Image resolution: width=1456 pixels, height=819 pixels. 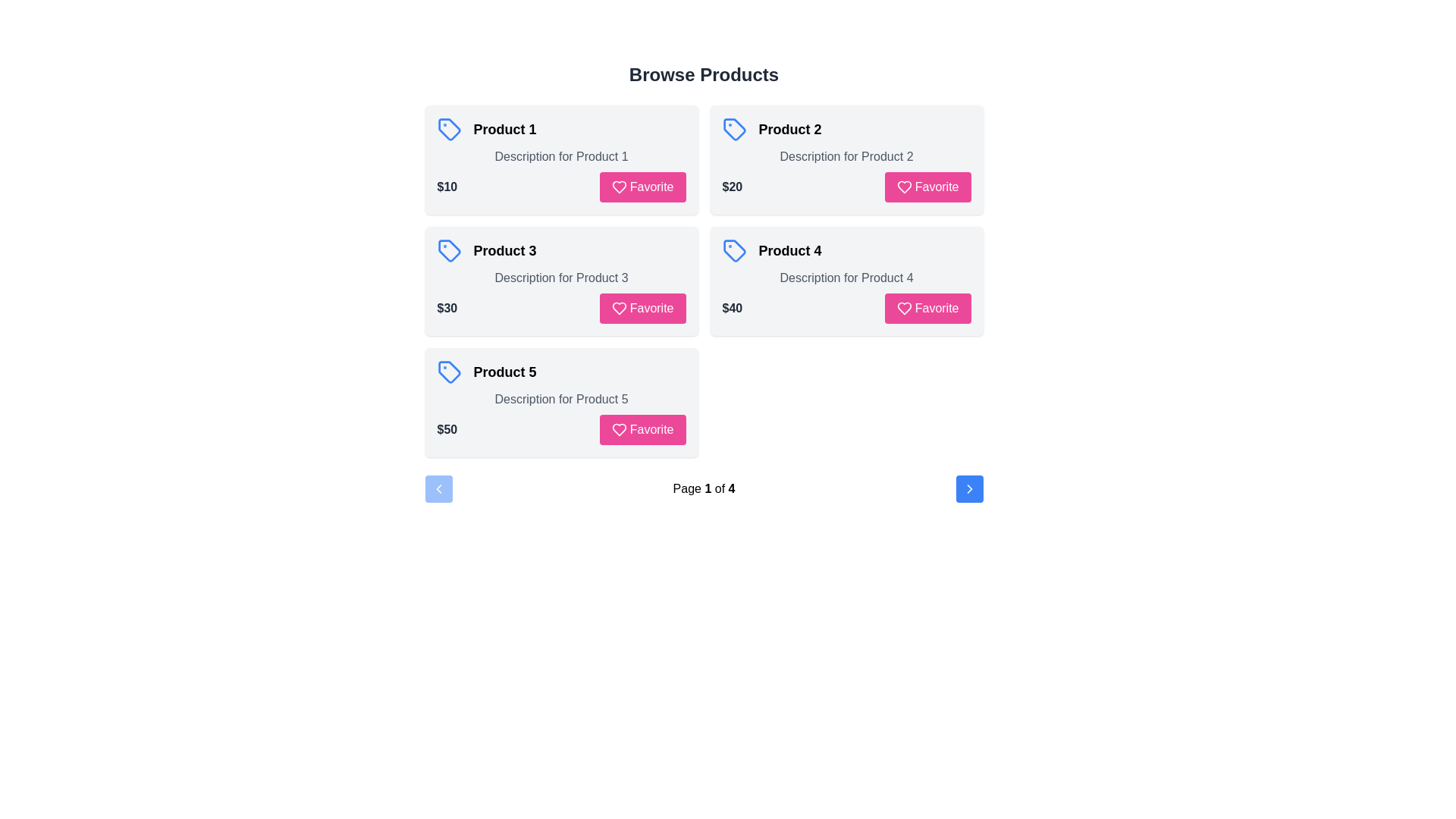 I want to click on the blue tag icon located, so click(x=448, y=372).